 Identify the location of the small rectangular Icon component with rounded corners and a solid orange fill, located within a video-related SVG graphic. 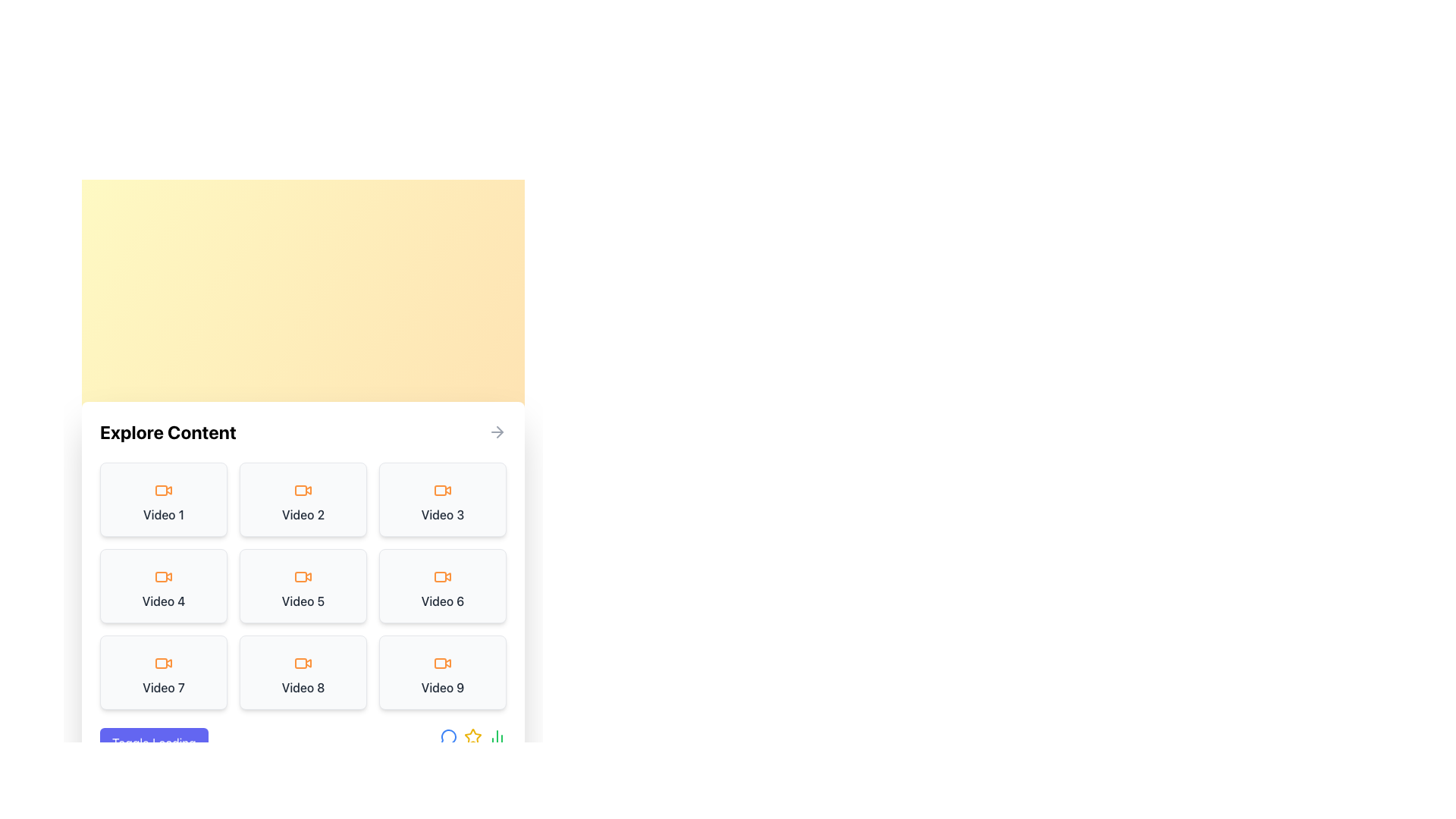
(161, 576).